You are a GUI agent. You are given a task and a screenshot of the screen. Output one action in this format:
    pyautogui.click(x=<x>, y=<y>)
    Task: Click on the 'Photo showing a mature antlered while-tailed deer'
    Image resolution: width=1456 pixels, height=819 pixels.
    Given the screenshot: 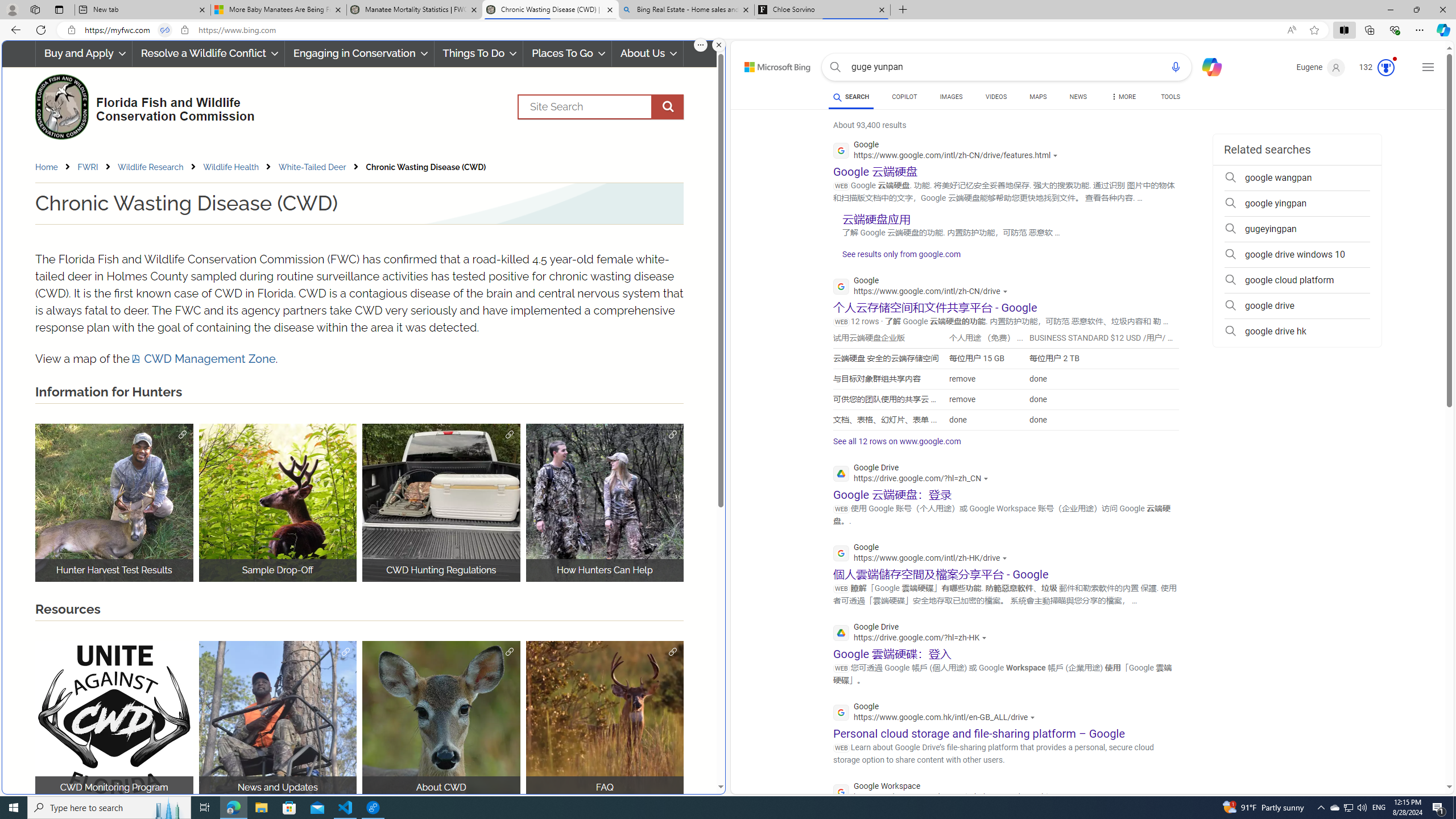 What is the action you would take?
    pyautogui.click(x=605, y=719)
    